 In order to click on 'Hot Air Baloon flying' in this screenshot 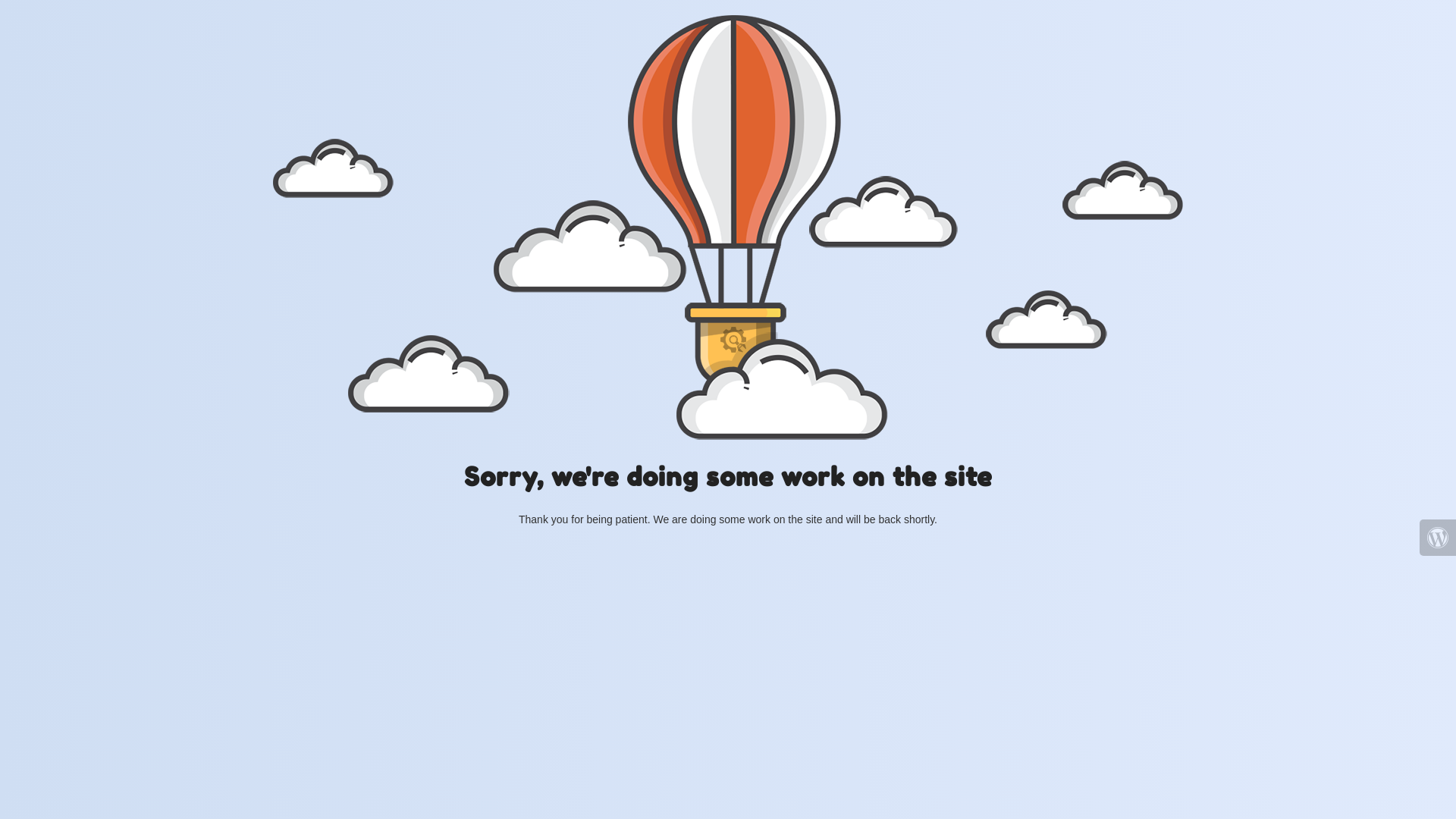, I will do `click(728, 227)`.